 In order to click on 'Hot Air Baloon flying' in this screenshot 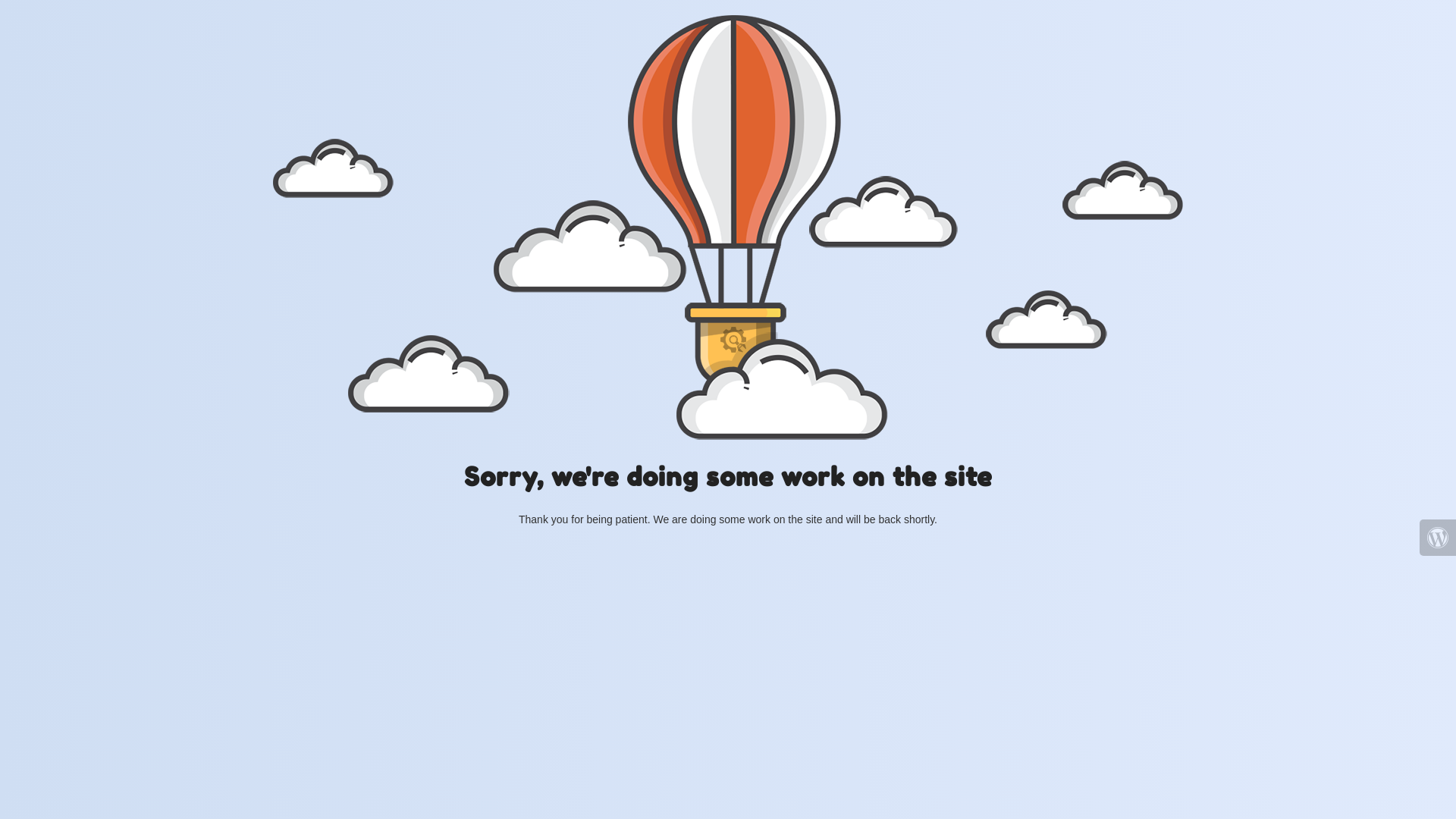, I will do `click(728, 227)`.